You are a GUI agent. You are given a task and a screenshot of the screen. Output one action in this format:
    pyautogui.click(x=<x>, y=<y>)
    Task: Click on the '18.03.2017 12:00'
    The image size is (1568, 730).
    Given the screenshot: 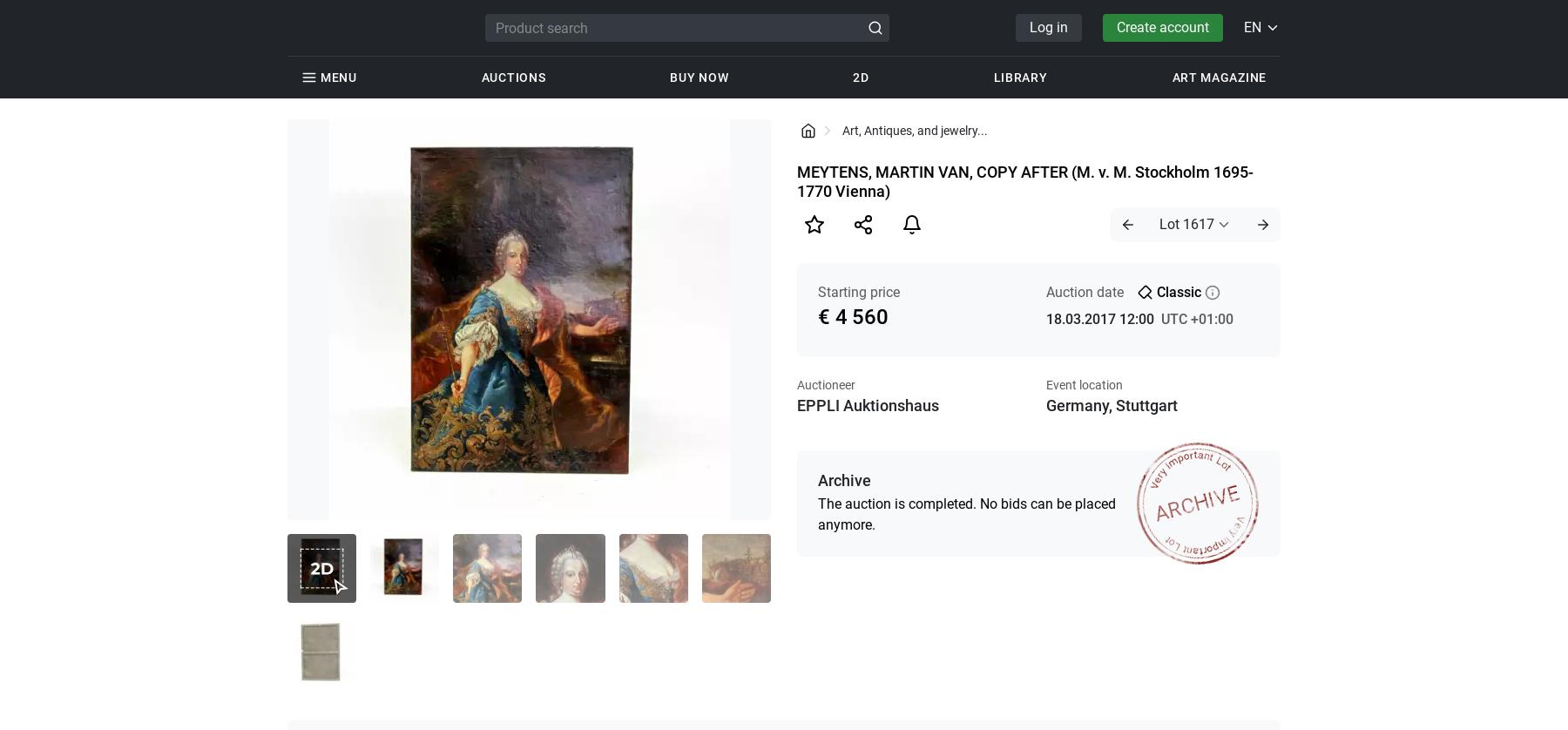 What is the action you would take?
    pyautogui.click(x=1098, y=318)
    